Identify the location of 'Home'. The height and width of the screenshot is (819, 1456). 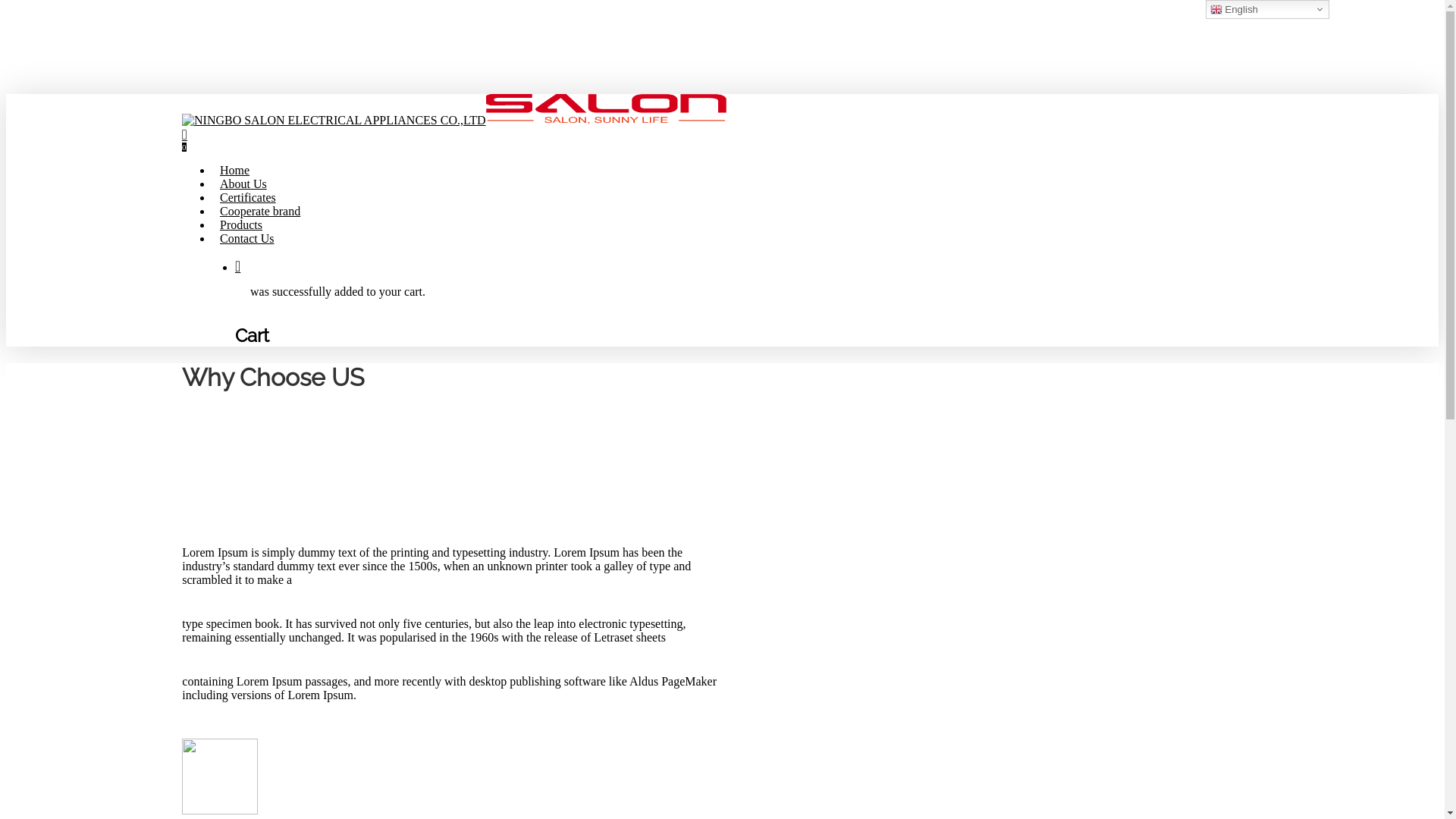
(218, 170).